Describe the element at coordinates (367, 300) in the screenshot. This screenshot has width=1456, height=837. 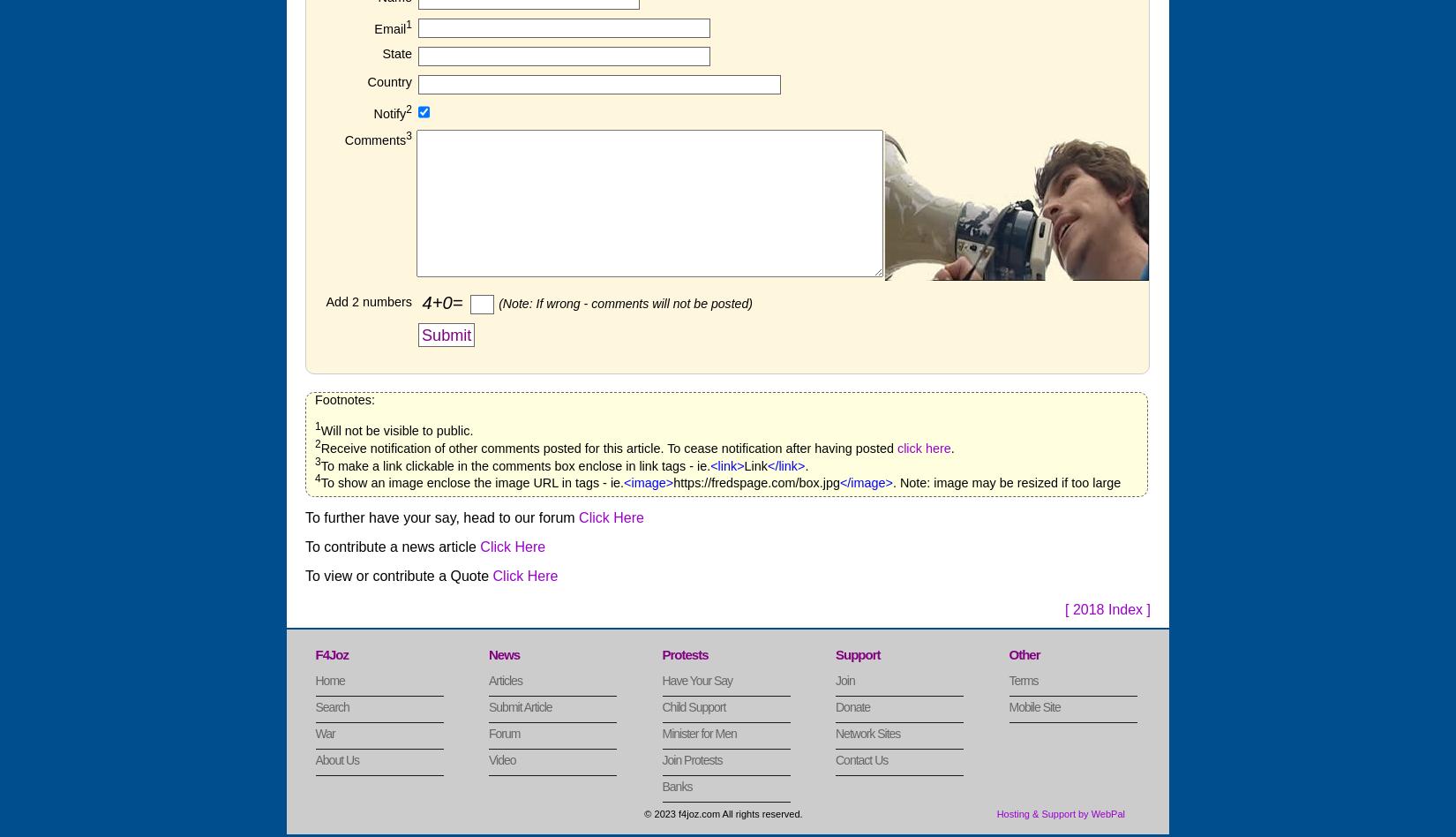
I see `'Add 2 numbers'` at that location.